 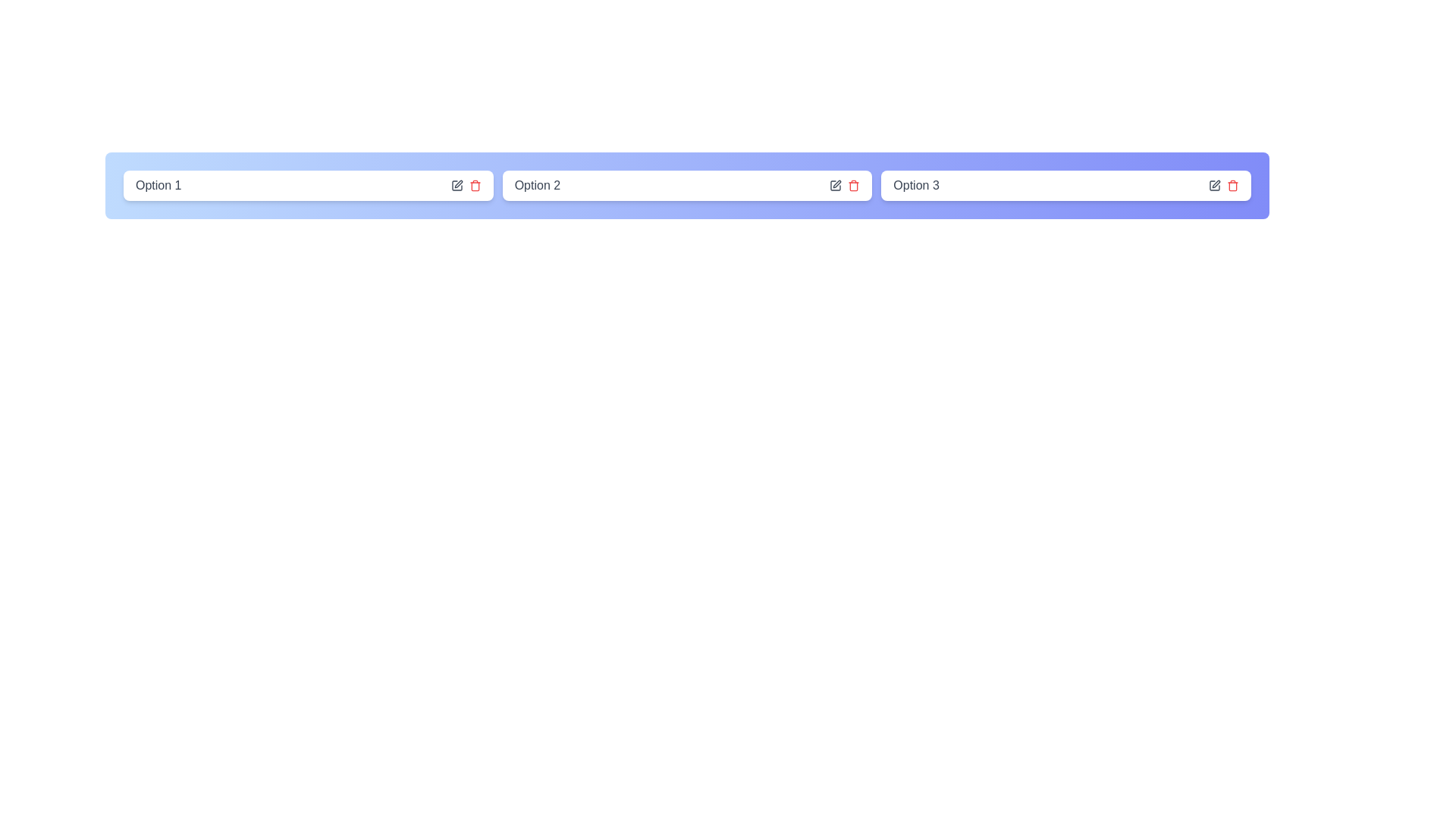 What do you see at coordinates (854, 185) in the screenshot?
I see `the trash icon of the chip labeled Option 2 to delete it` at bounding box center [854, 185].